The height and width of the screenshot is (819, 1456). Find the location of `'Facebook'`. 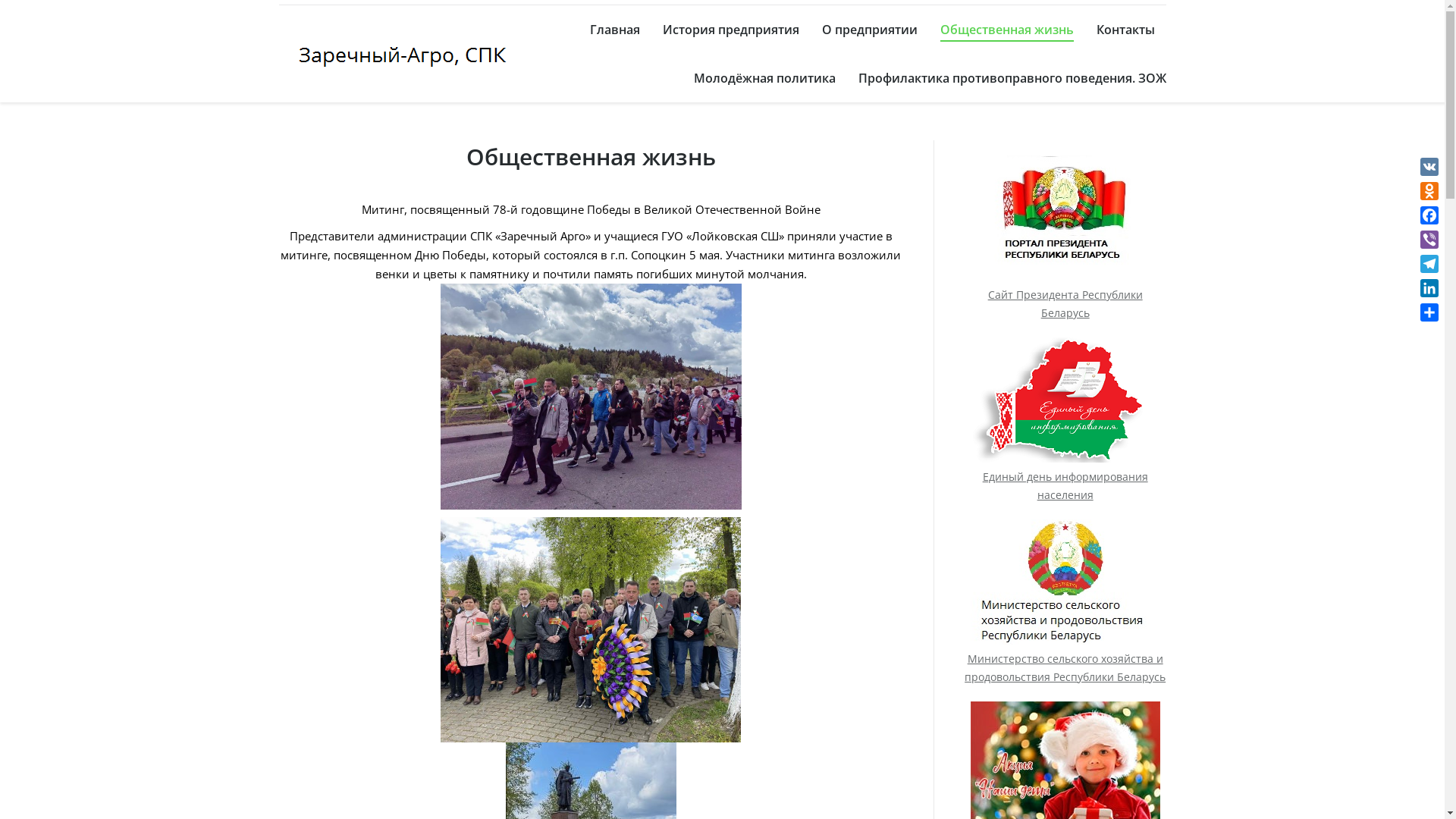

'Facebook' is located at coordinates (1429, 215).